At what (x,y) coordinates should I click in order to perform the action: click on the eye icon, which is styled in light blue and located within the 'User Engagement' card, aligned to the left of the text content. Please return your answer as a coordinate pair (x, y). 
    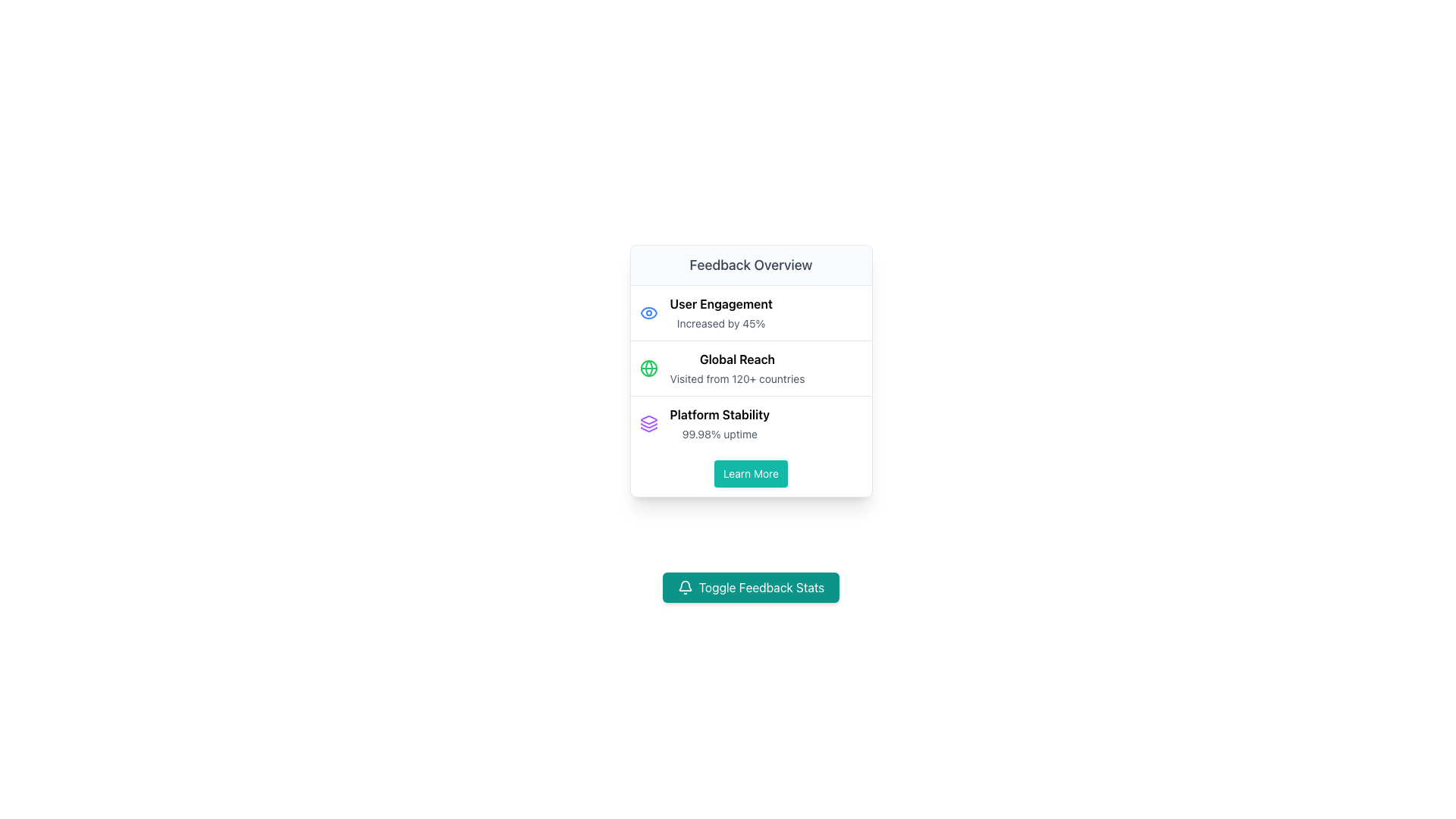
    Looking at the image, I should click on (648, 312).